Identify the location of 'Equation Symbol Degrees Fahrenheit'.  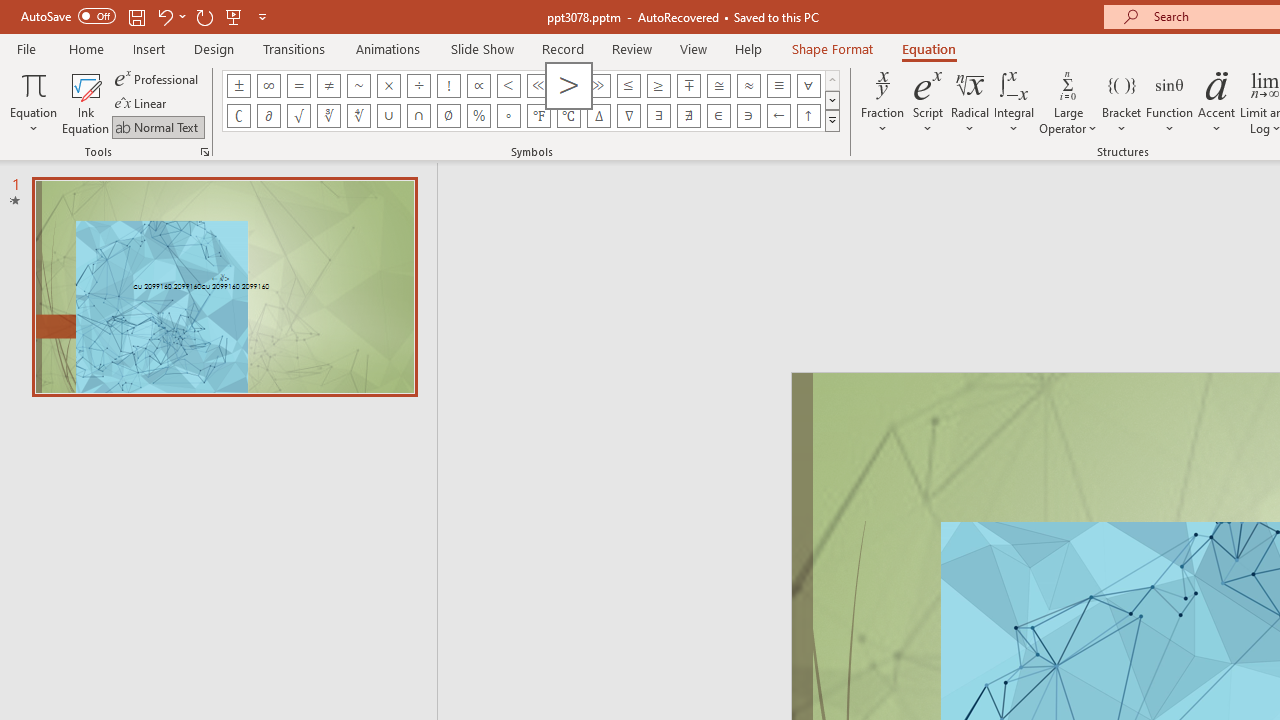
(538, 115).